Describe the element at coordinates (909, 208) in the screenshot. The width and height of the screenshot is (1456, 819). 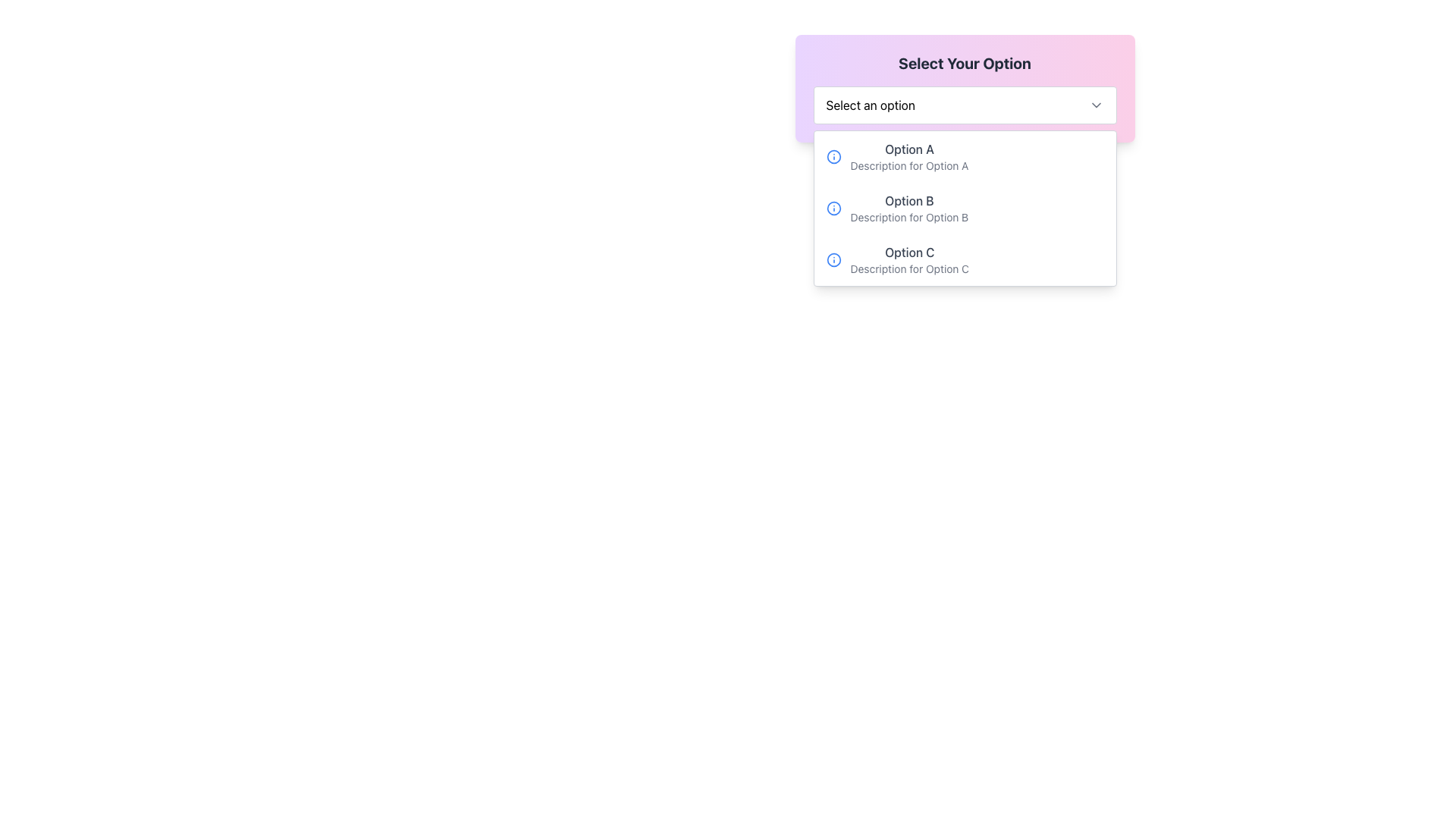
I see `the second selectable list item in the dropdown menu` at that location.